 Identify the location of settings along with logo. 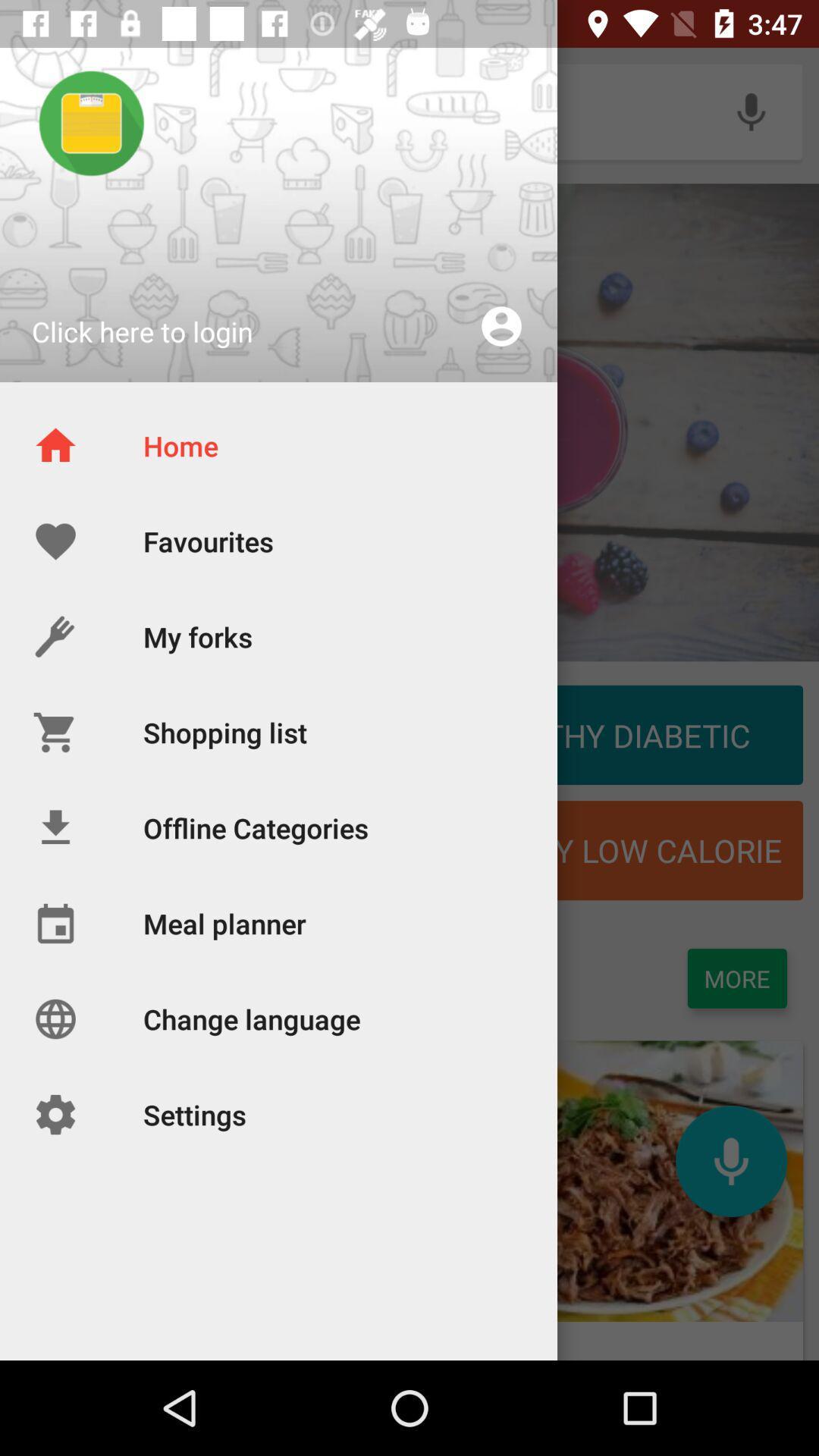
(141, 1200).